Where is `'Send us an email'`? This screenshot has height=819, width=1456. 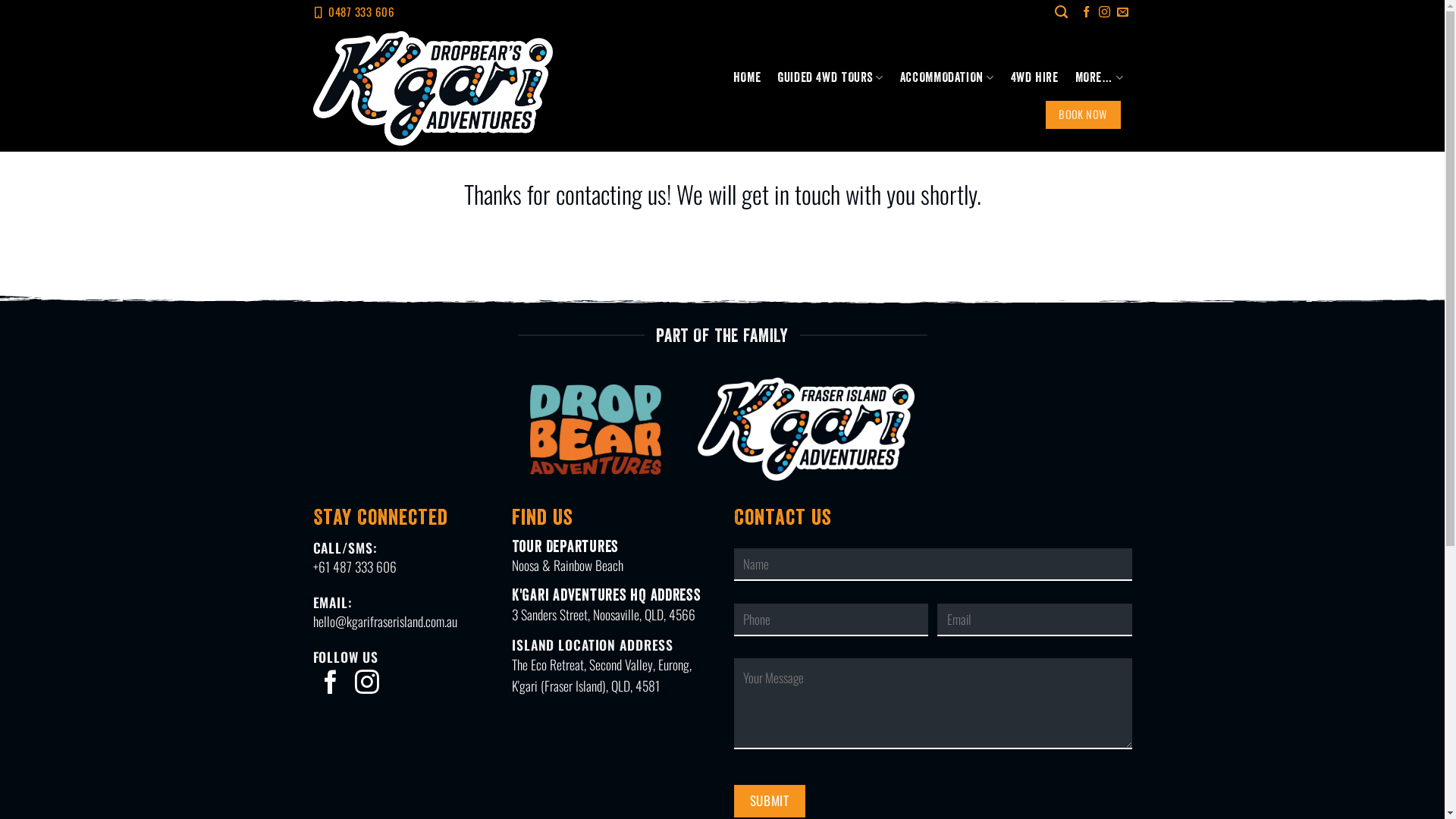
'Send us an email' is located at coordinates (1122, 12).